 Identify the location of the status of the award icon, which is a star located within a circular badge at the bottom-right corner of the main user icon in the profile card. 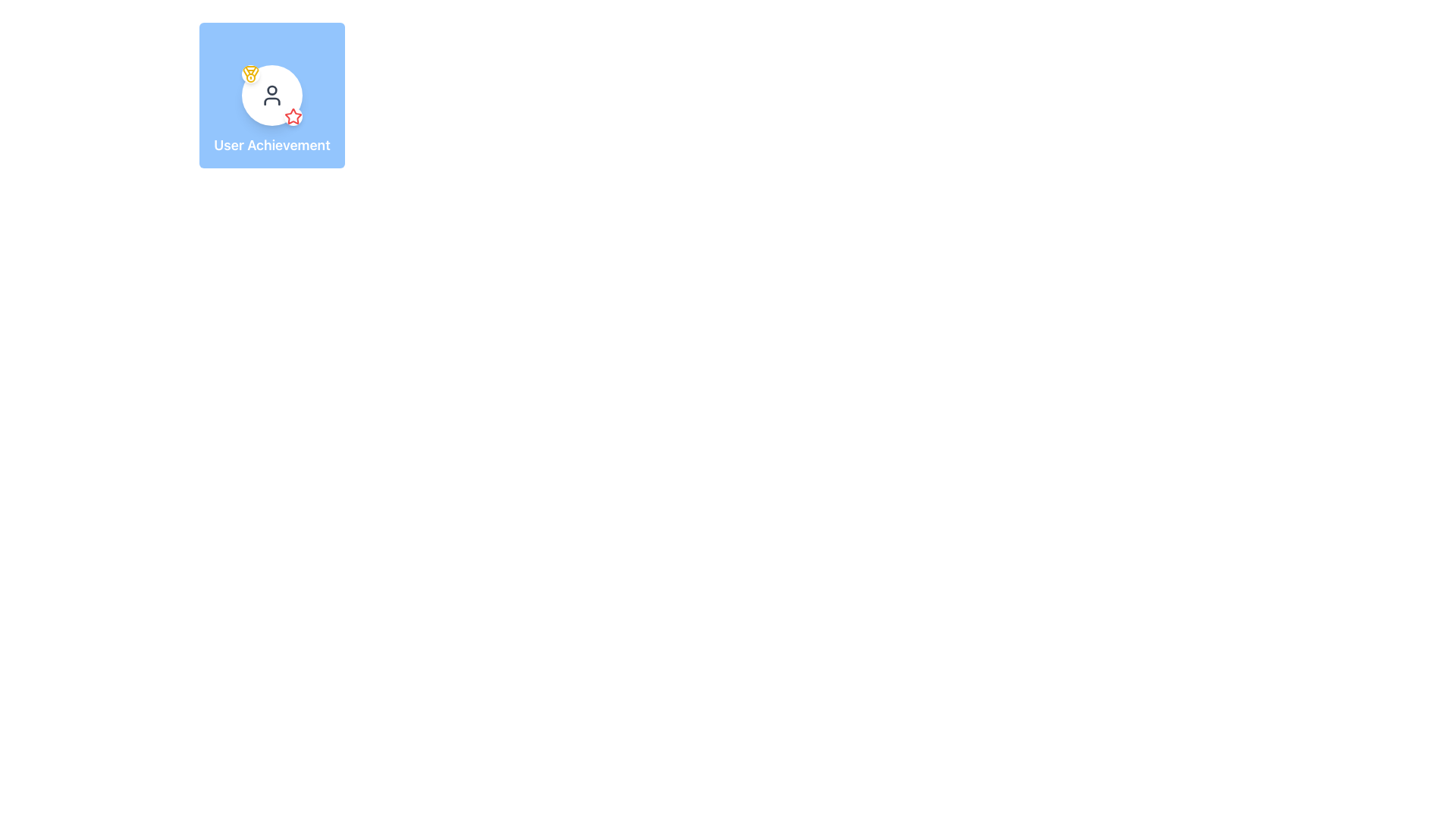
(293, 115).